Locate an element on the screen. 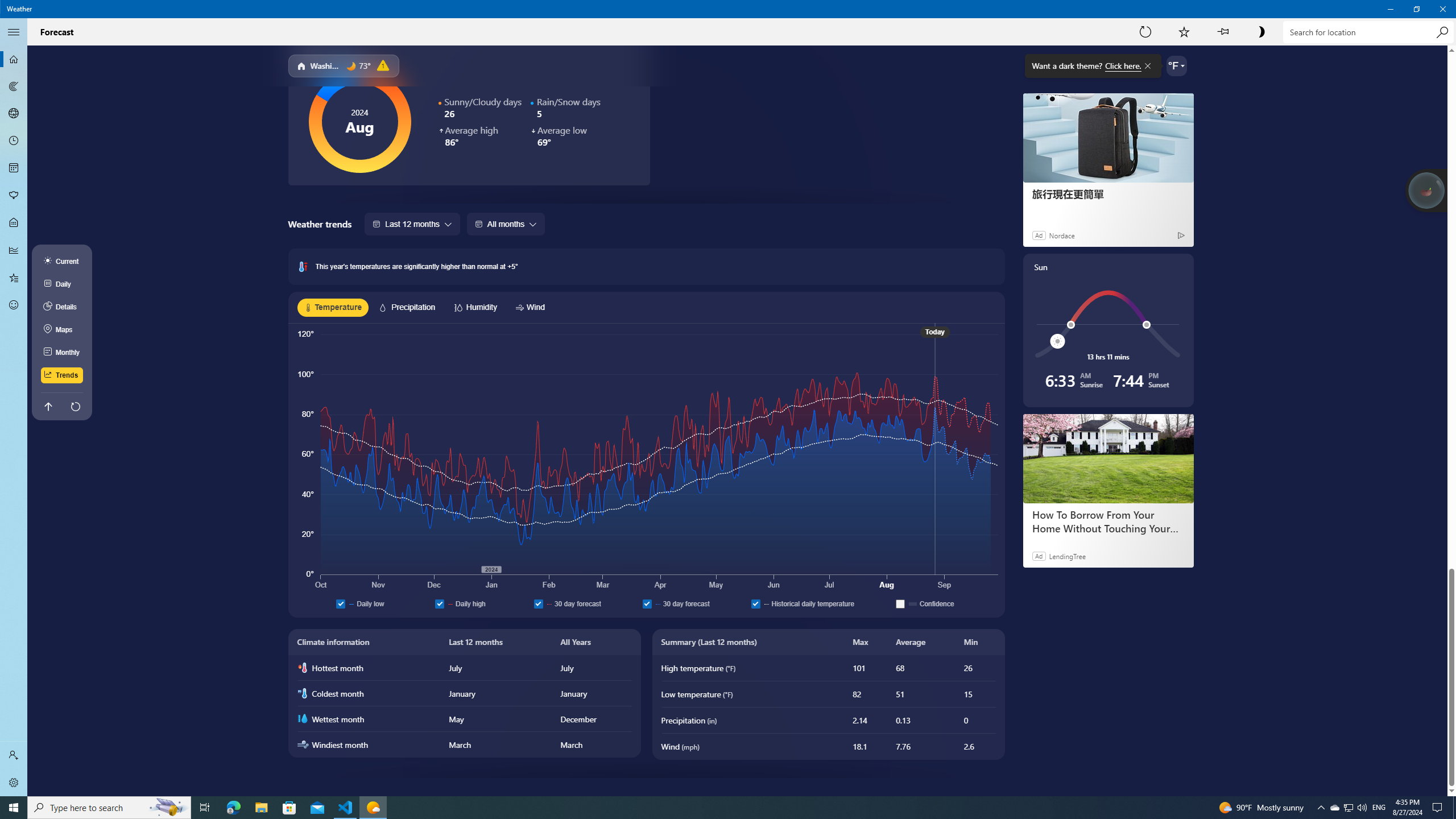  'Pollen - Not Selected' is located at coordinates (14, 196).